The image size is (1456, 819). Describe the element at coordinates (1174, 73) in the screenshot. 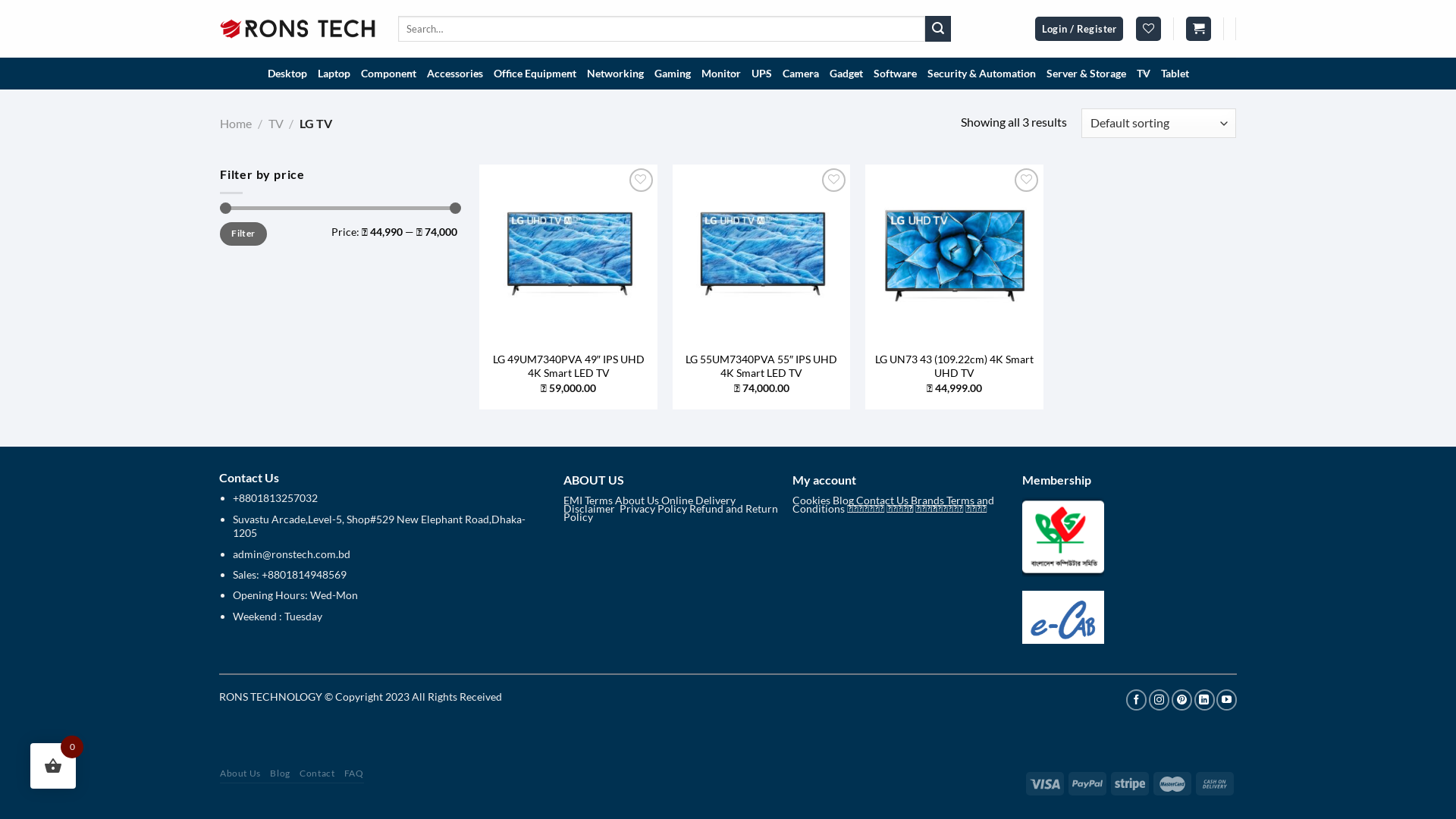

I see `'Tablet'` at that location.